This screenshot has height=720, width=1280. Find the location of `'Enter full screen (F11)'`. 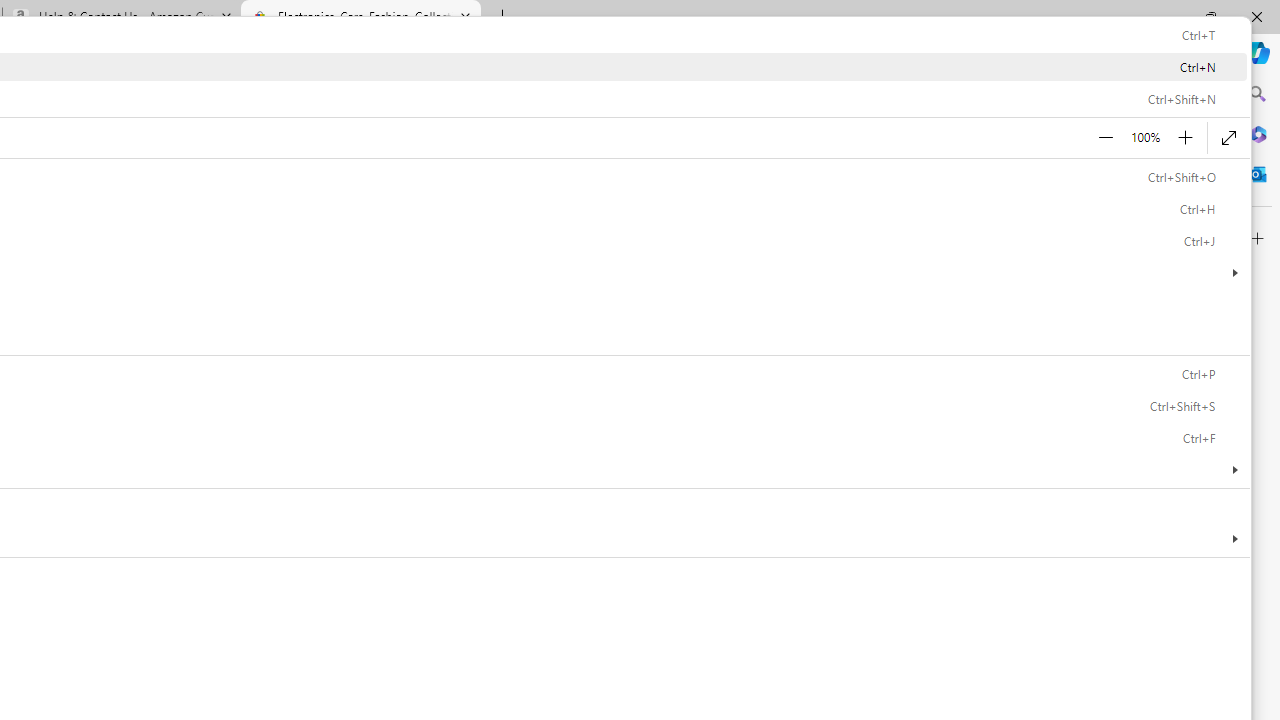

'Enter full screen (F11)' is located at coordinates (1227, 136).